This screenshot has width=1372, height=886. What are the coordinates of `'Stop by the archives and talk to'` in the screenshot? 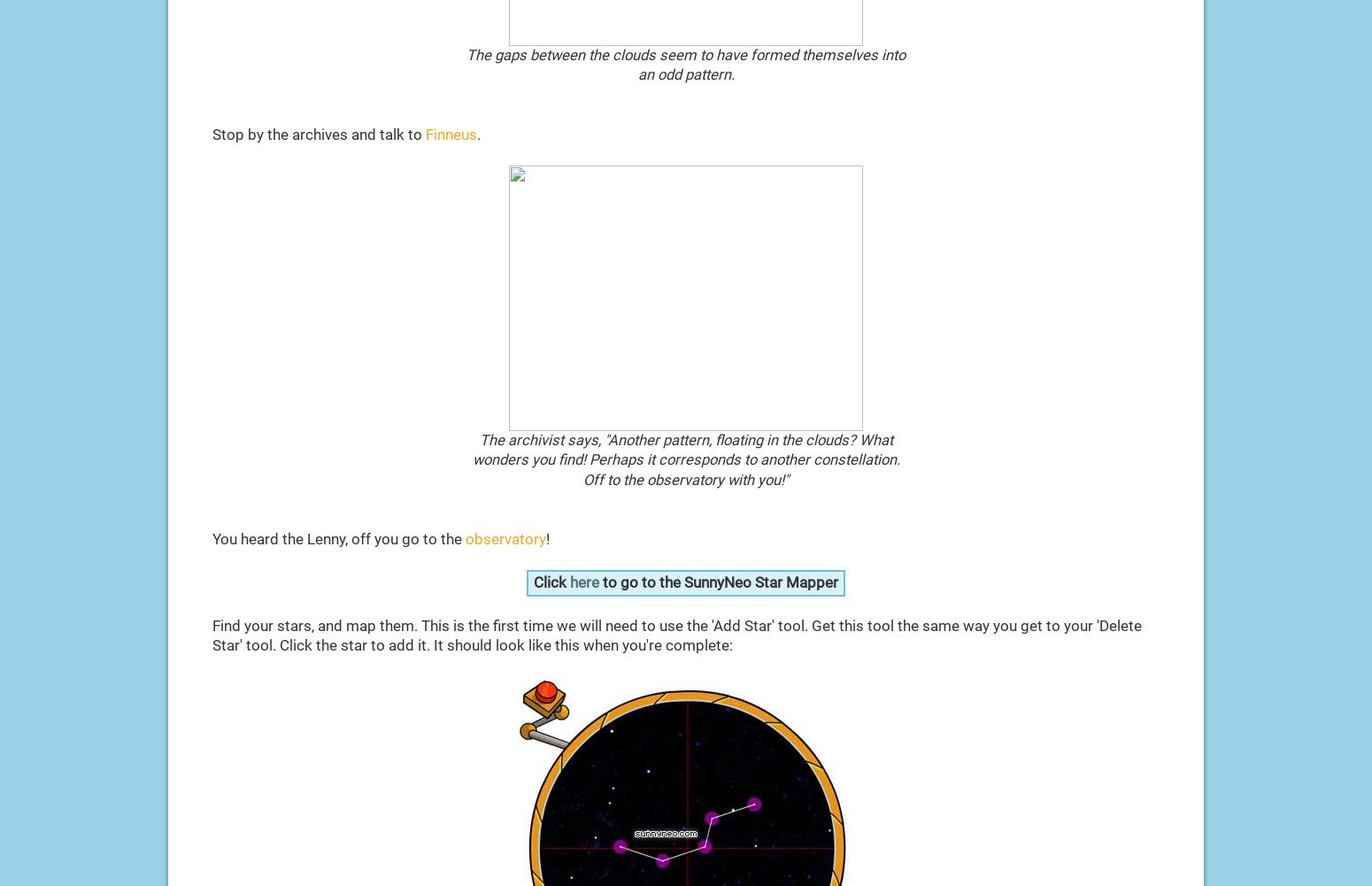 It's located at (212, 134).